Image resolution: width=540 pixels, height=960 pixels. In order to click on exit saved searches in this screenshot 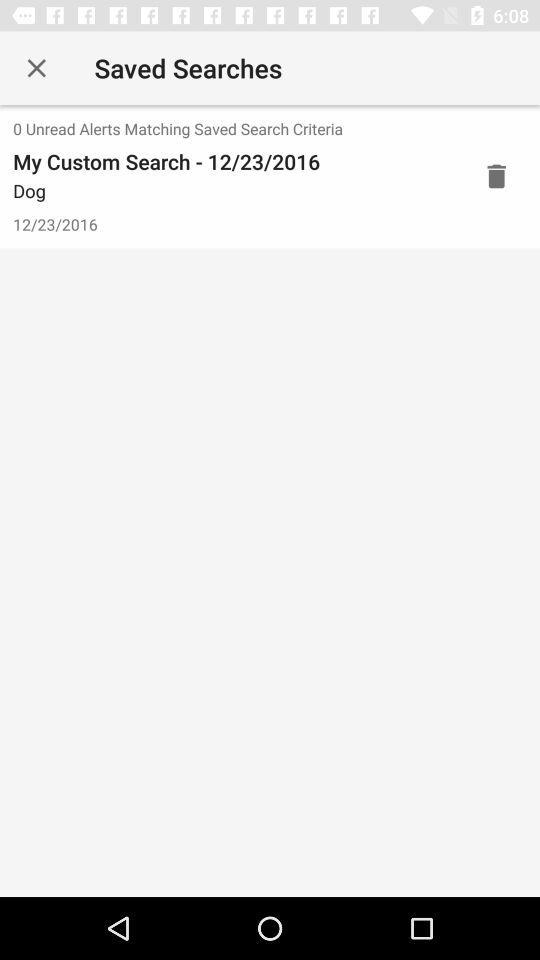, I will do `click(36, 68)`.